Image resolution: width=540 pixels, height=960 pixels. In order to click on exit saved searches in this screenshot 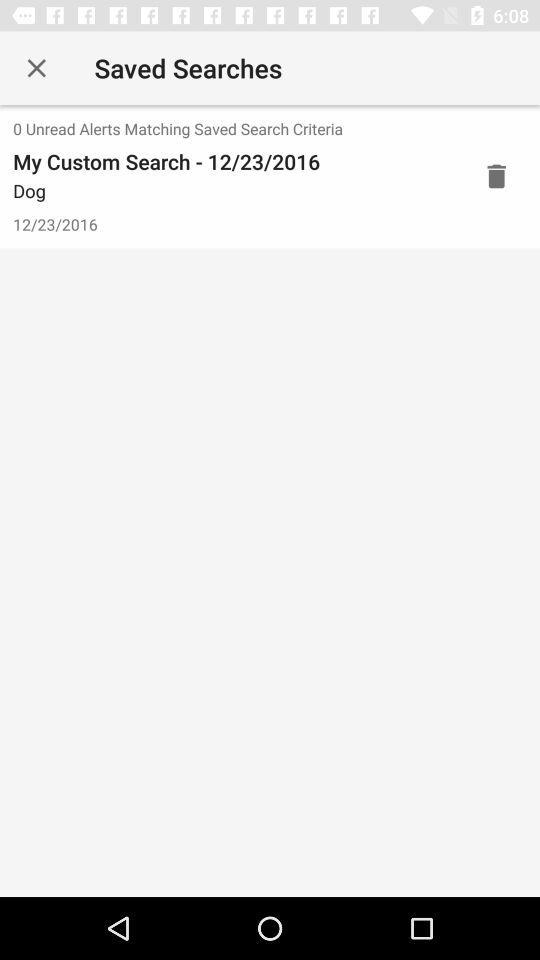, I will do `click(36, 68)`.